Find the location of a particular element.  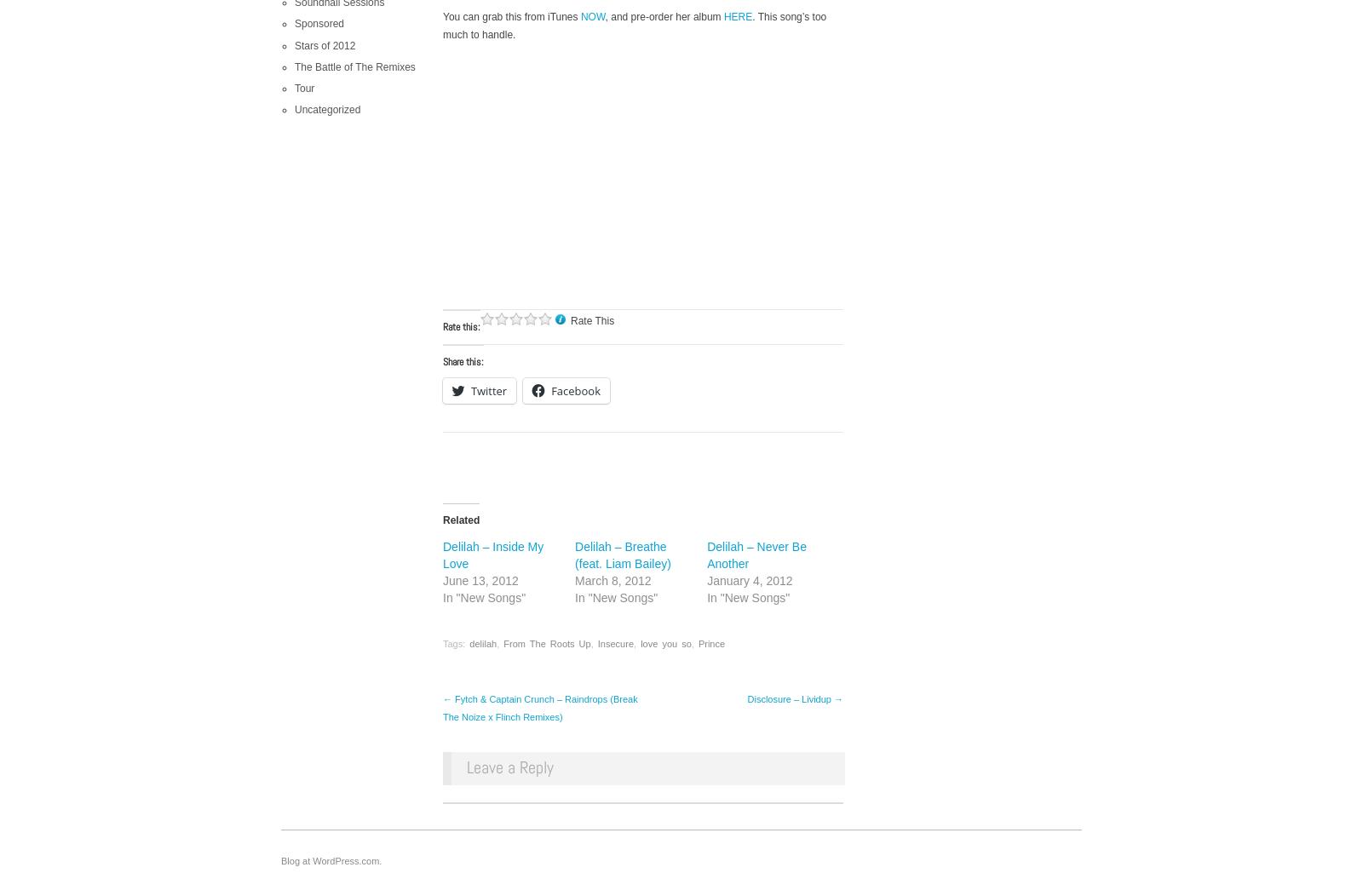

'. This song’s too much to handle.' is located at coordinates (634, 26).